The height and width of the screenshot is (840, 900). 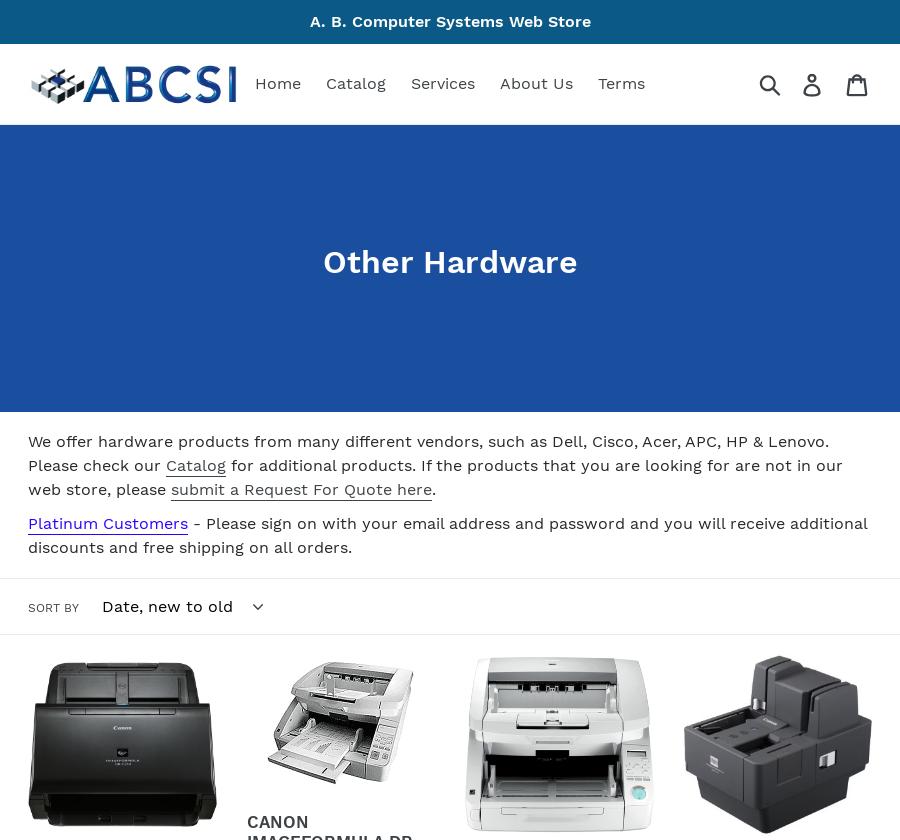 I want to click on 'Sort by', so click(x=26, y=606).